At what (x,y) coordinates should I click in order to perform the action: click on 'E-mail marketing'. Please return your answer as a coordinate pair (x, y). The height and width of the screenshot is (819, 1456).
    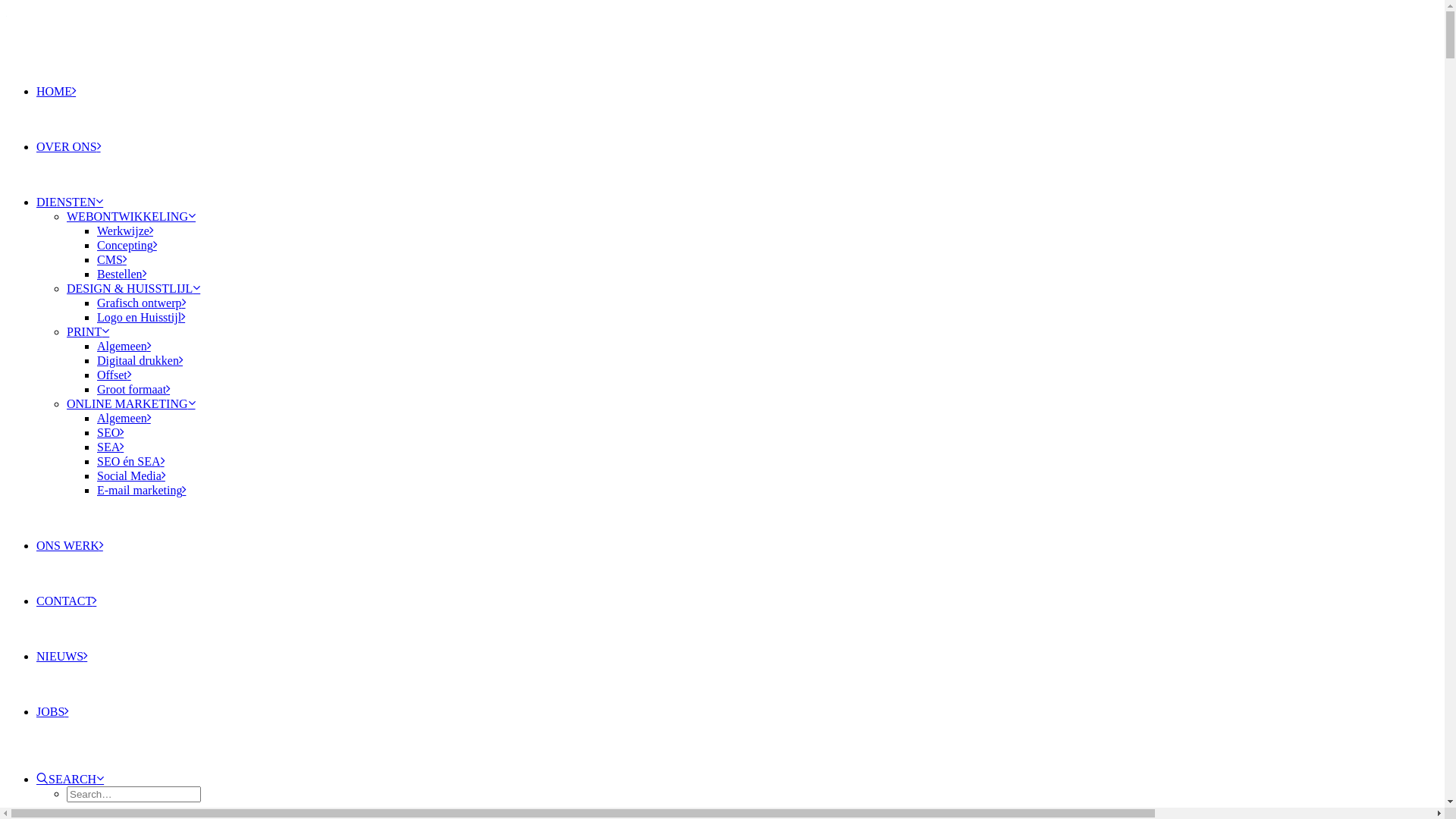
    Looking at the image, I should click on (141, 490).